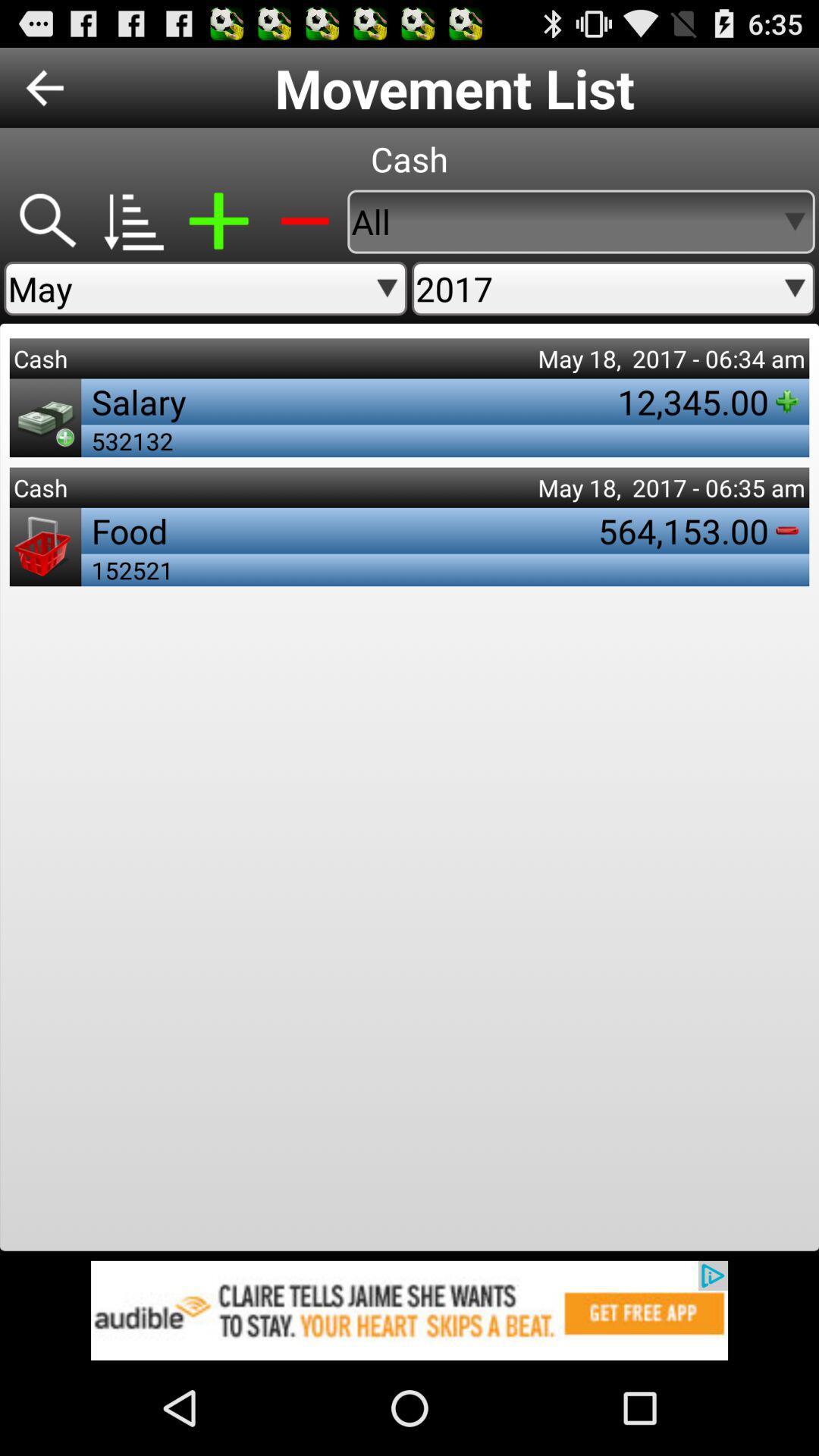  Describe the element at coordinates (132, 236) in the screenshot. I see `the description icon` at that location.